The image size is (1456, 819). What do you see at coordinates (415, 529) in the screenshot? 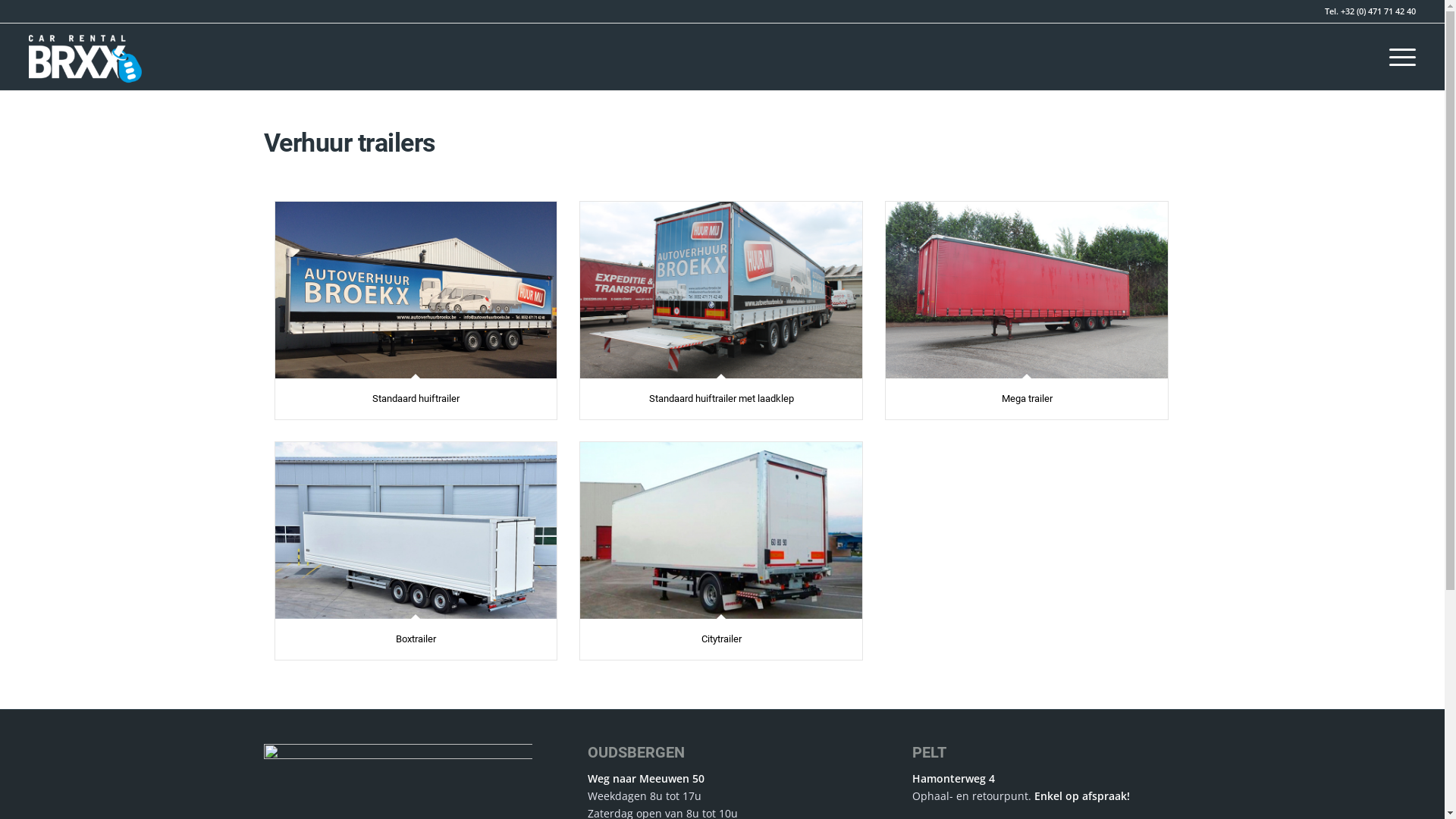
I see `'Boxtrailer'` at bounding box center [415, 529].